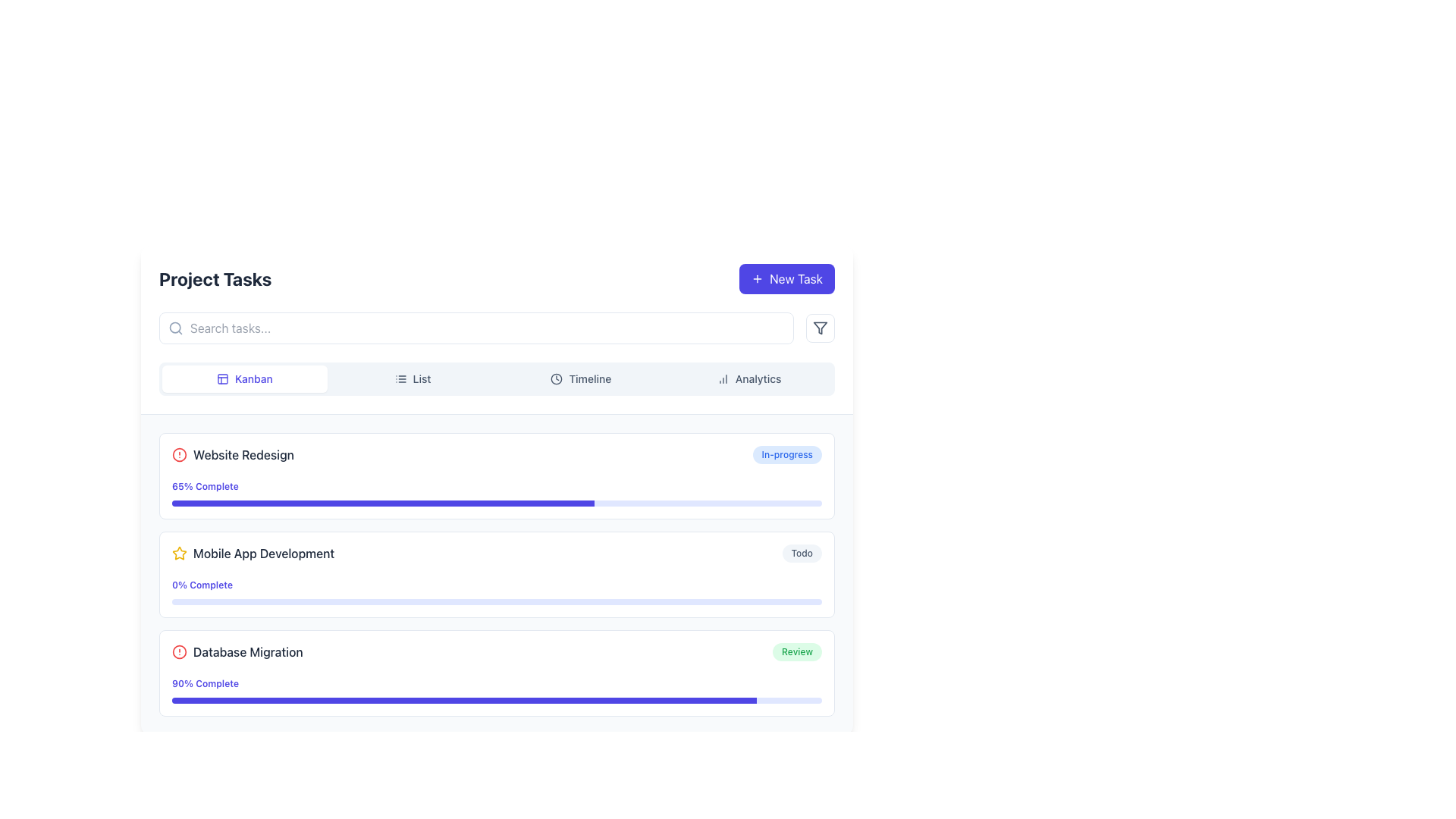 This screenshot has height=819, width=1456. What do you see at coordinates (175, 327) in the screenshot?
I see `the magnifying glass icon, which is a minimalistic design indicating search functionality, located on the left side of the search bar in the header section` at bounding box center [175, 327].